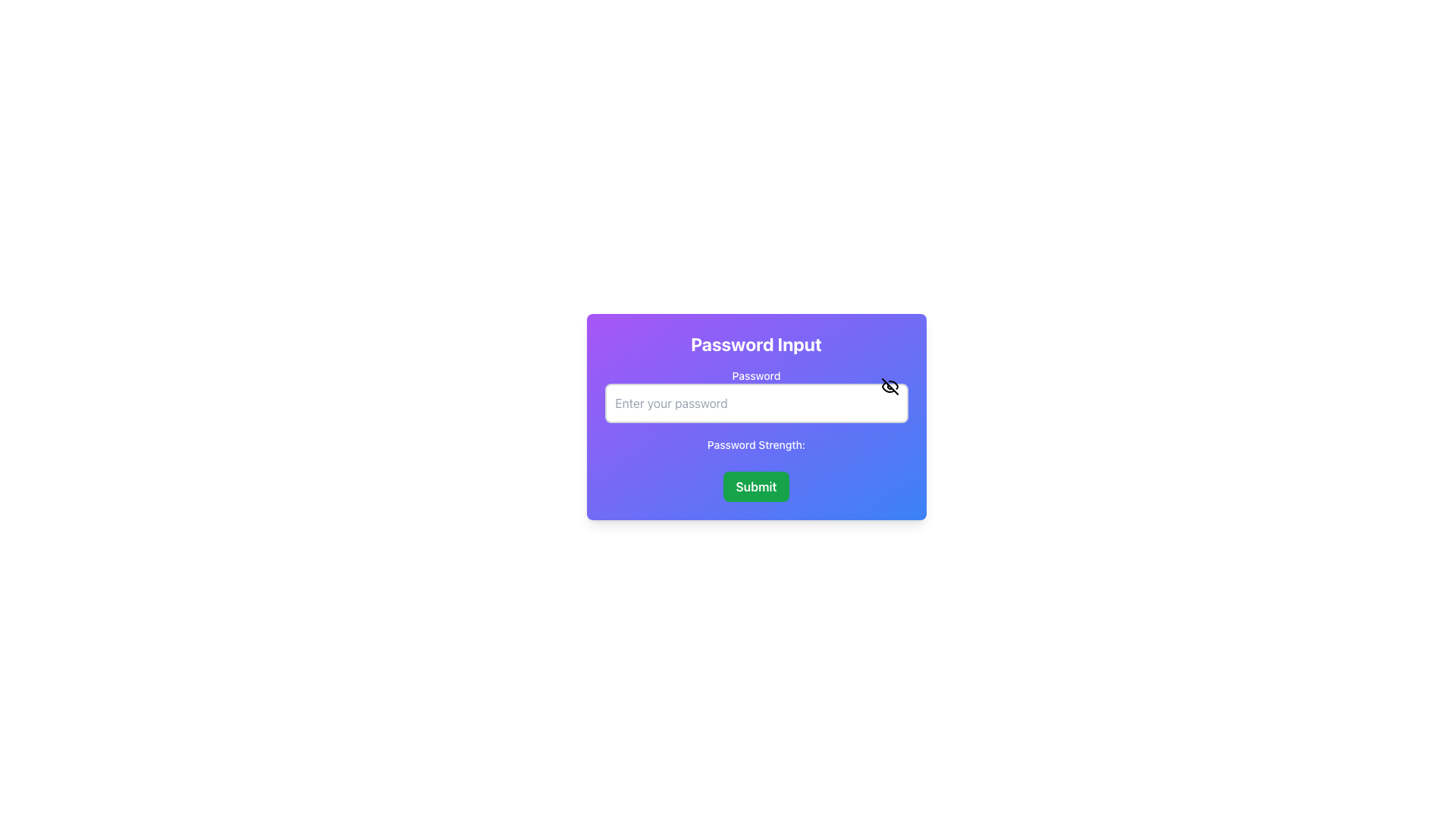 This screenshot has width=1456, height=819. I want to click on the green 'Submit' button with rounded edges located at the bottom of the 'Password Input' panel for keyboard interaction, so click(756, 486).